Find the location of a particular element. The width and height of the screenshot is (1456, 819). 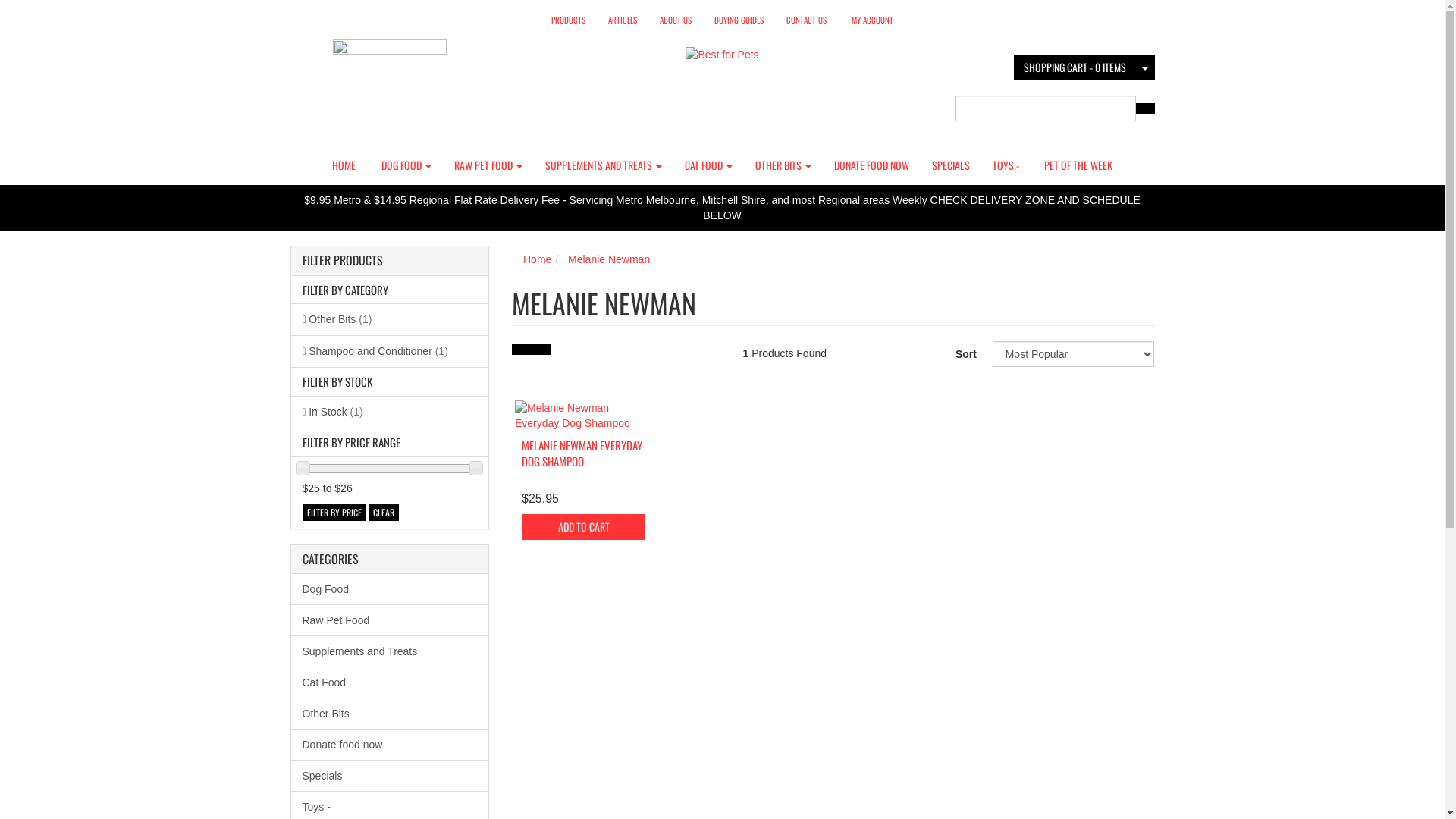

'Donate food now' is located at coordinates (390, 743).